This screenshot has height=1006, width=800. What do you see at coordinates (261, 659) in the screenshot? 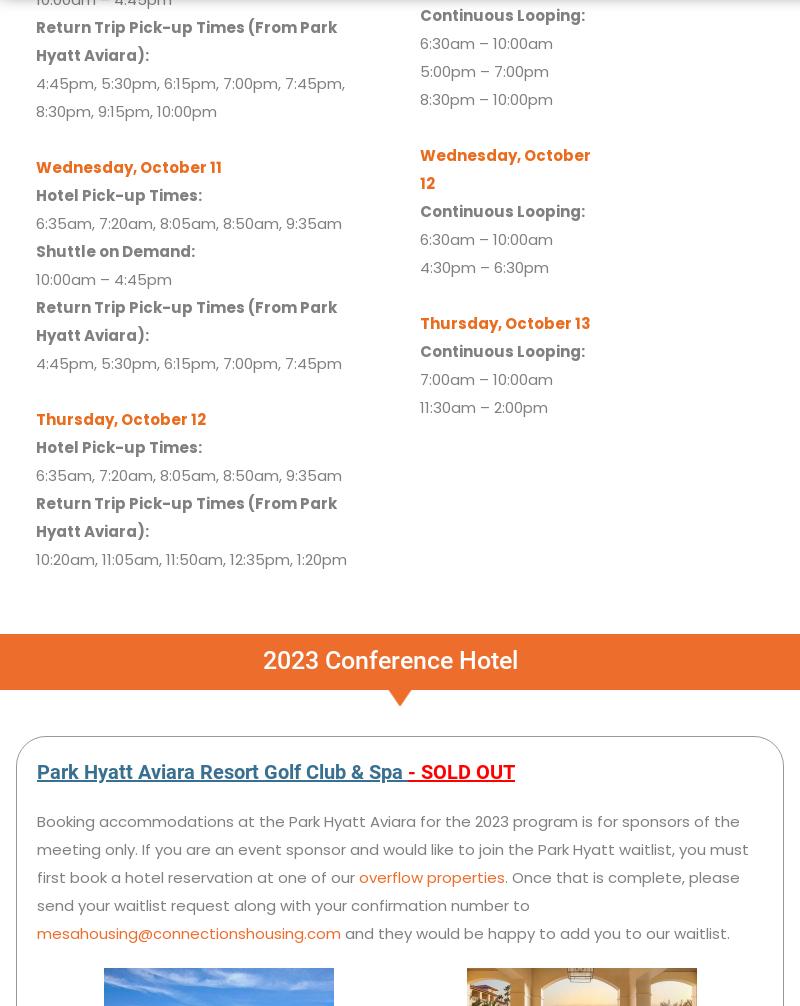
I see `'2023 Conference Hotel'` at bounding box center [261, 659].